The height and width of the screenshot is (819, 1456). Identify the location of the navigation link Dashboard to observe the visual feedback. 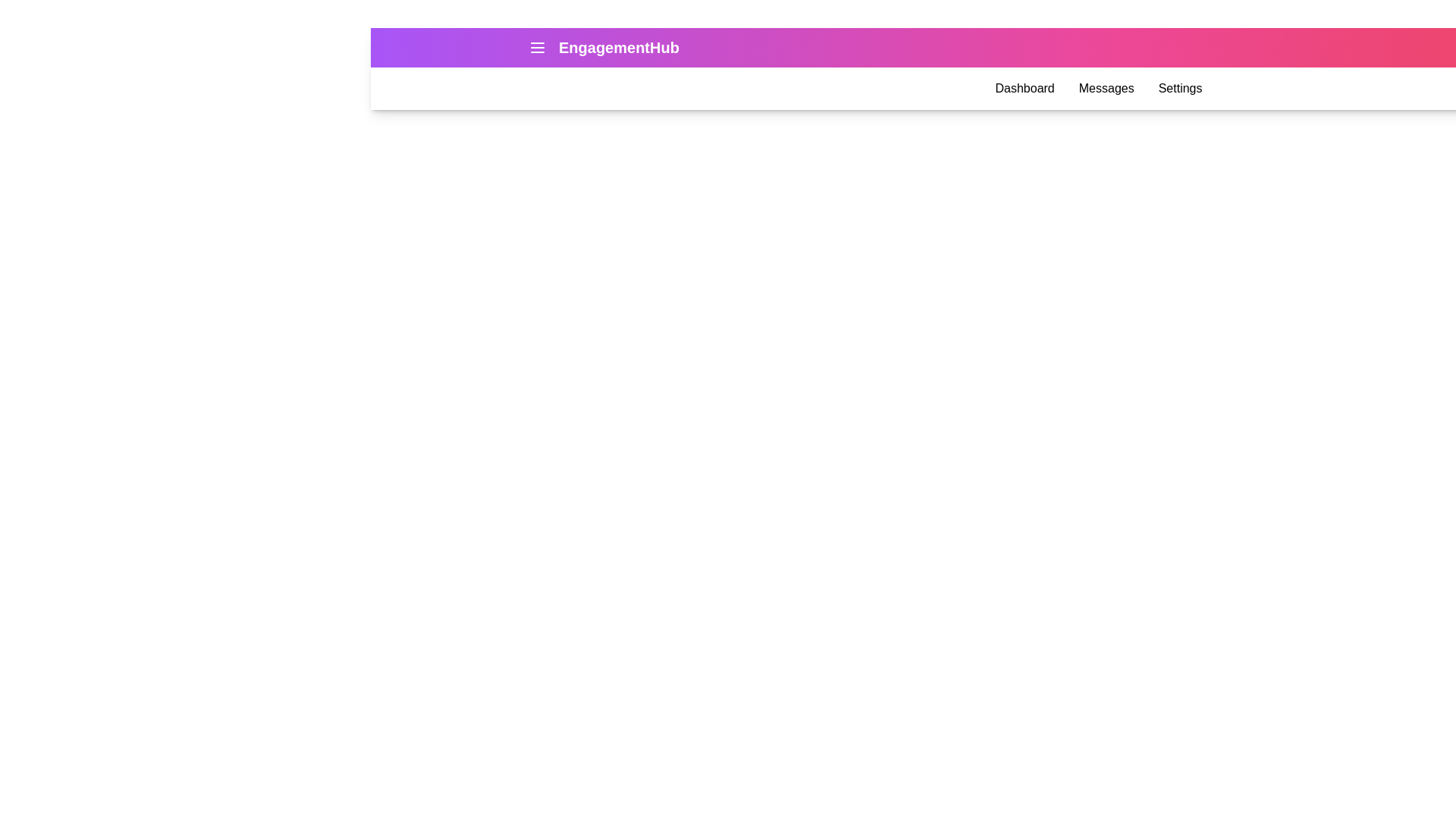
(1025, 88).